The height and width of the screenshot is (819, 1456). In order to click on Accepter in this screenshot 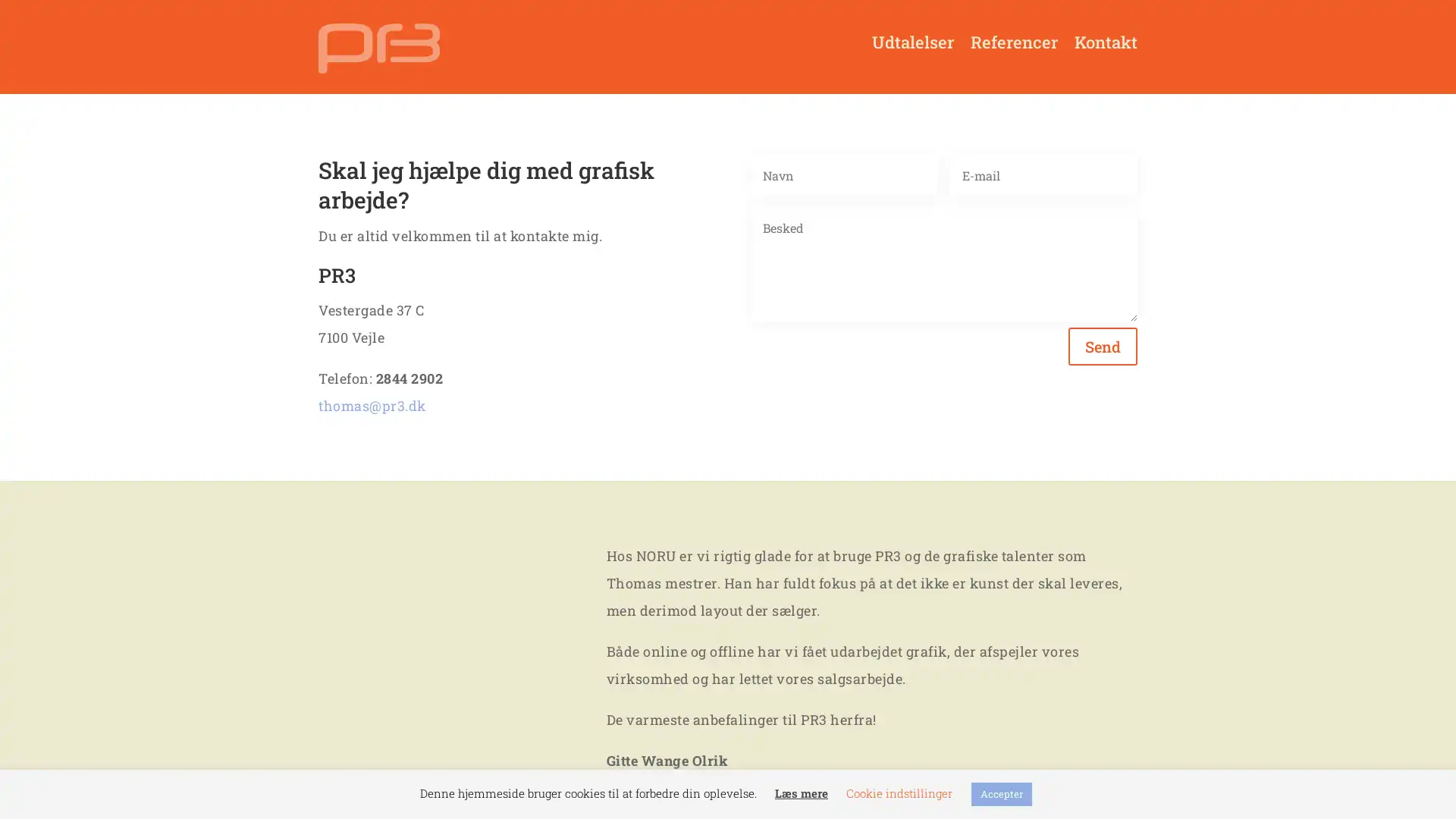, I will do `click(1001, 793)`.